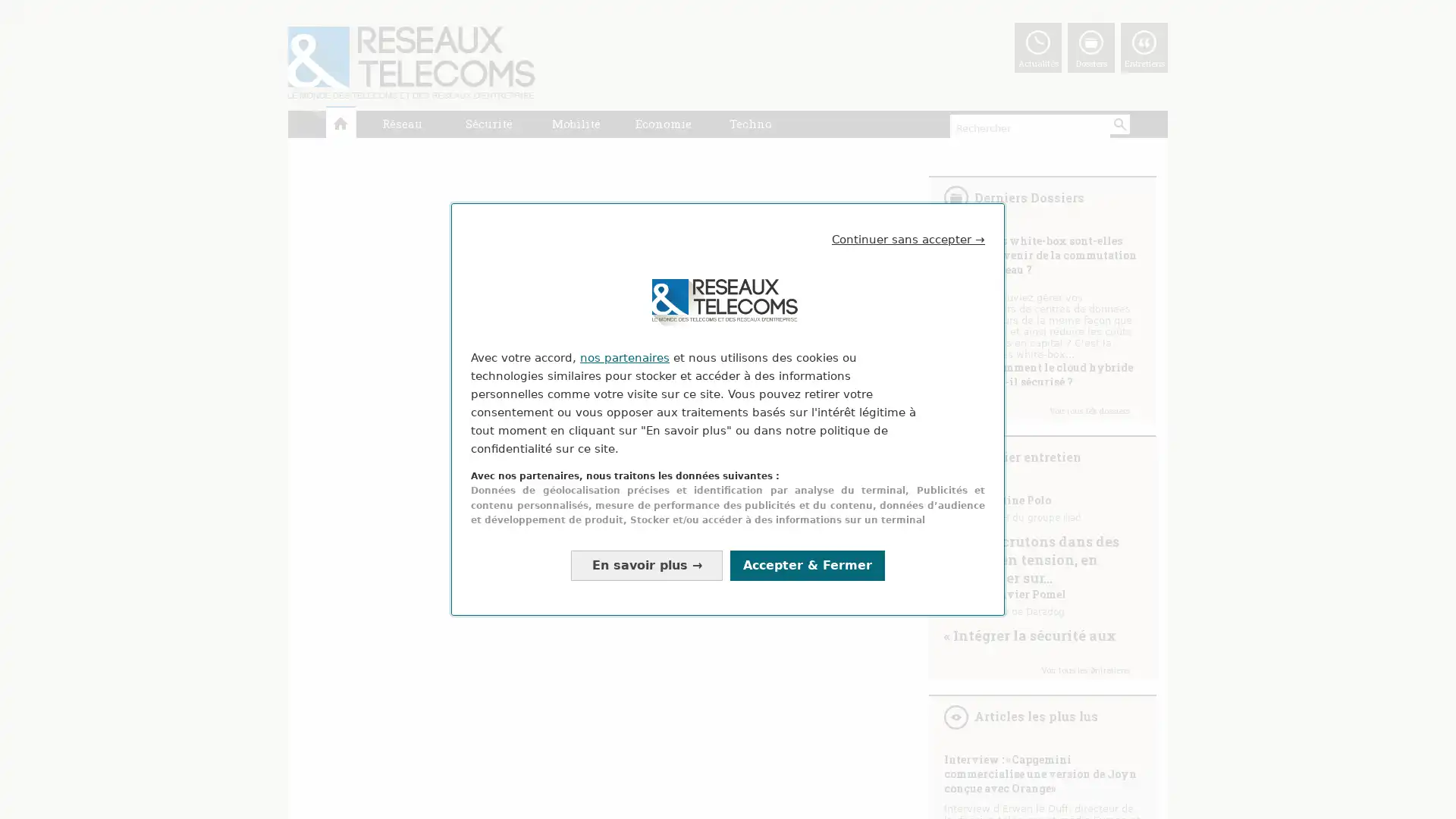 Image resolution: width=1456 pixels, height=819 pixels. What do you see at coordinates (908, 239) in the screenshot?
I see `Continuer sans accepter` at bounding box center [908, 239].